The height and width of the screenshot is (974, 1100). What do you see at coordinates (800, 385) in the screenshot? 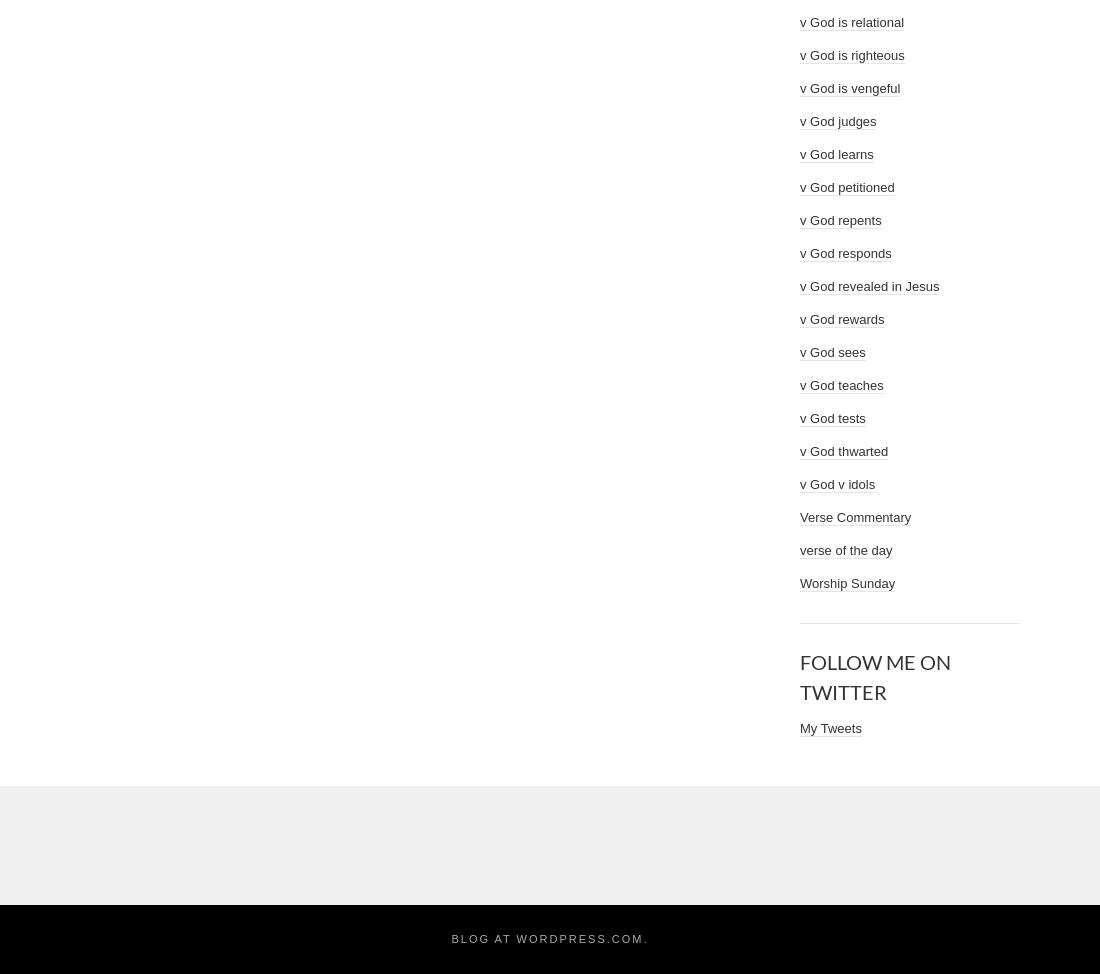
I see `'v God teaches'` at bounding box center [800, 385].